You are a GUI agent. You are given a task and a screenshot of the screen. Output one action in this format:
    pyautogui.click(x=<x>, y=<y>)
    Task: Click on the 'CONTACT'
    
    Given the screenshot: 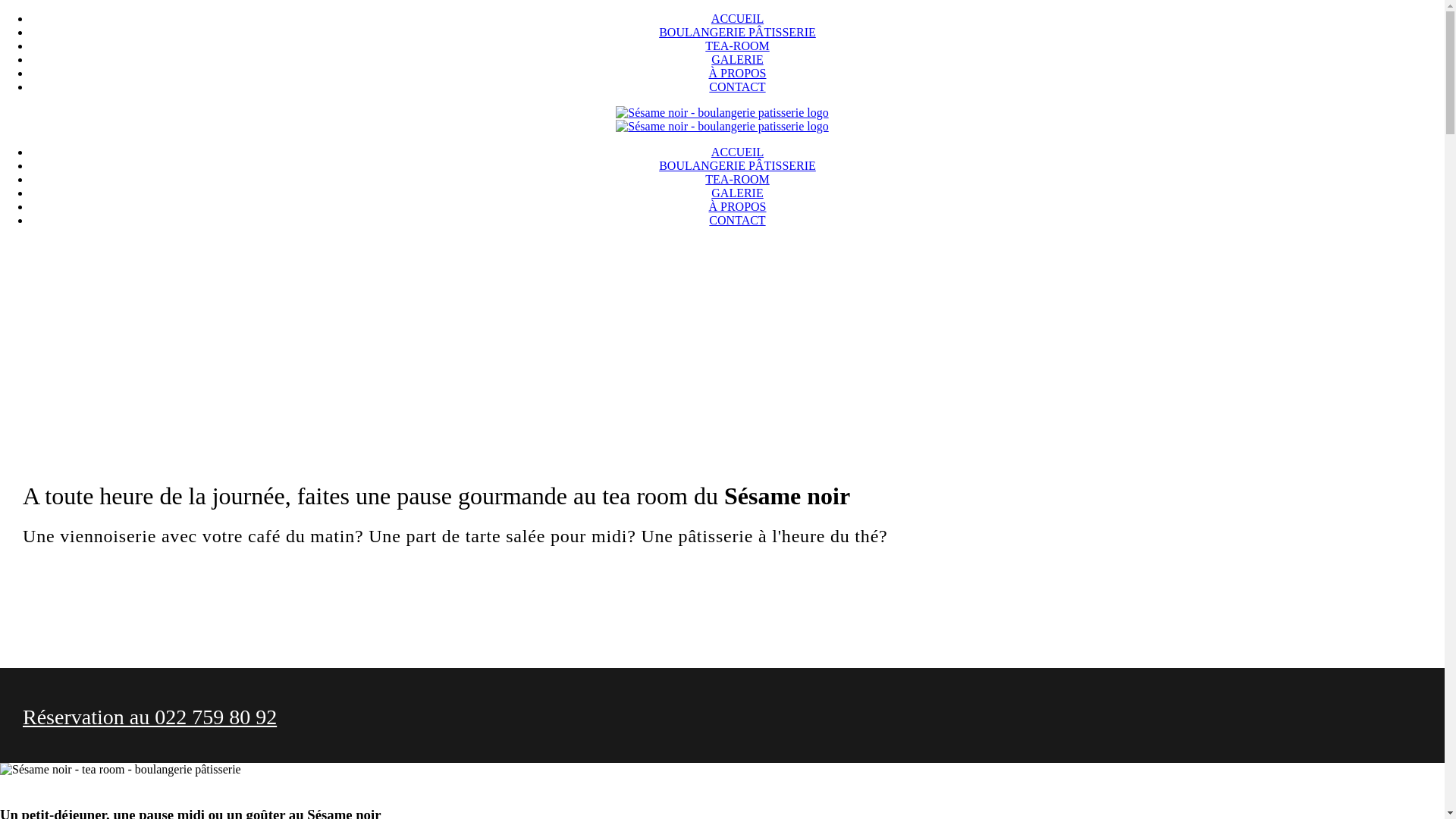 What is the action you would take?
    pyautogui.click(x=736, y=86)
    